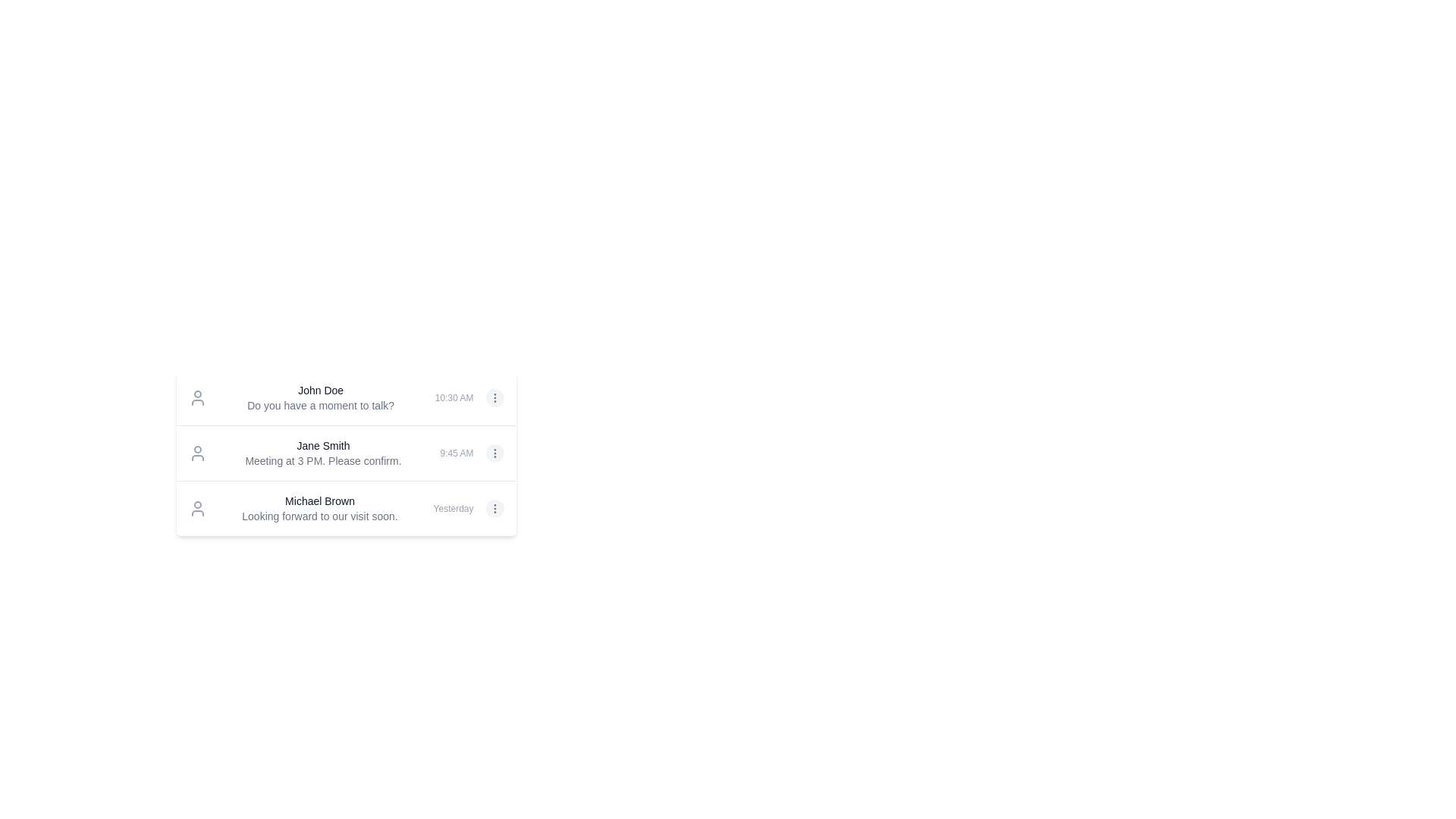 The image size is (1456, 819). I want to click on the vertically aligned three-dot icon button located at the far-right side of the message preview for 'John Doe' to visualize the hover effect, so click(494, 397).